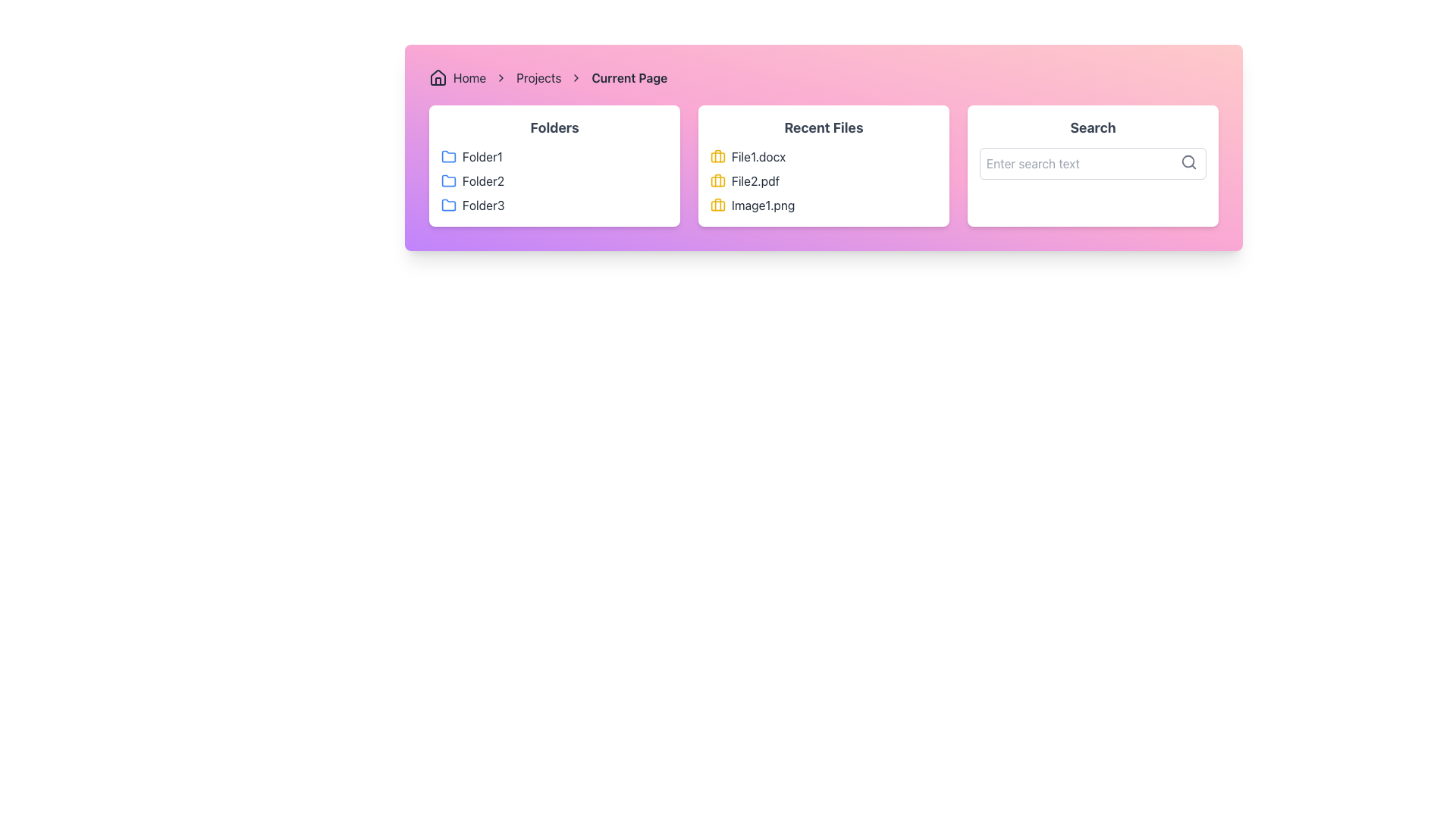 The image size is (1456, 819). What do you see at coordinates (501, 78) in the screenshot?
I see `the right-facing chevron icon in the breadcrumb navigation bar, which is positioned between the 'Home' and 'Projects' text links` at bounding box center [501, 78].